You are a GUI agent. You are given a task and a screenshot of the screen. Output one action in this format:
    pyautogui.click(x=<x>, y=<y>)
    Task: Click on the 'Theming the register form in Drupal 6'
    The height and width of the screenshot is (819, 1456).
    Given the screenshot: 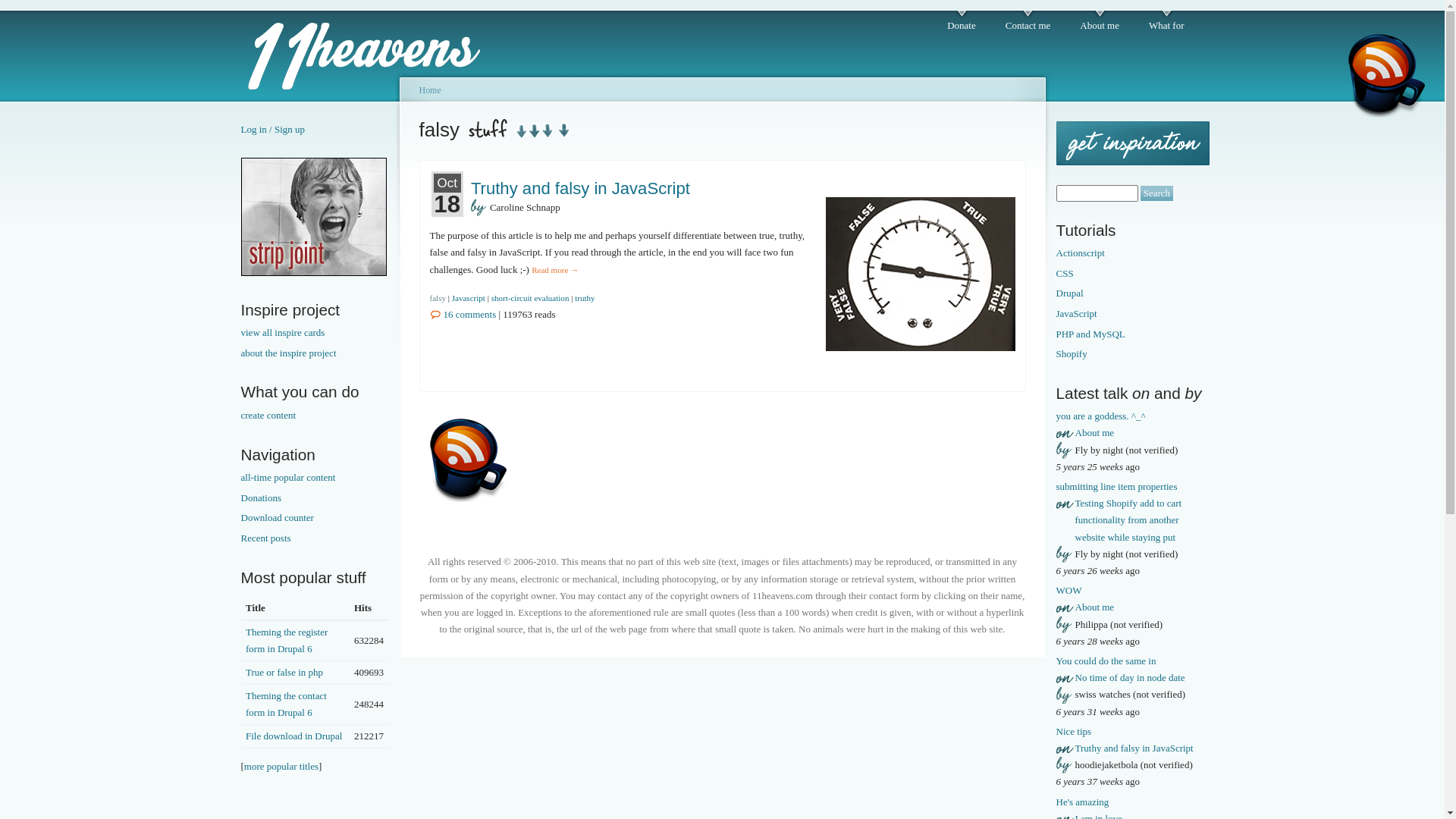 What is the action you would take?
    pyautogui.click(x=287, y=640)
    